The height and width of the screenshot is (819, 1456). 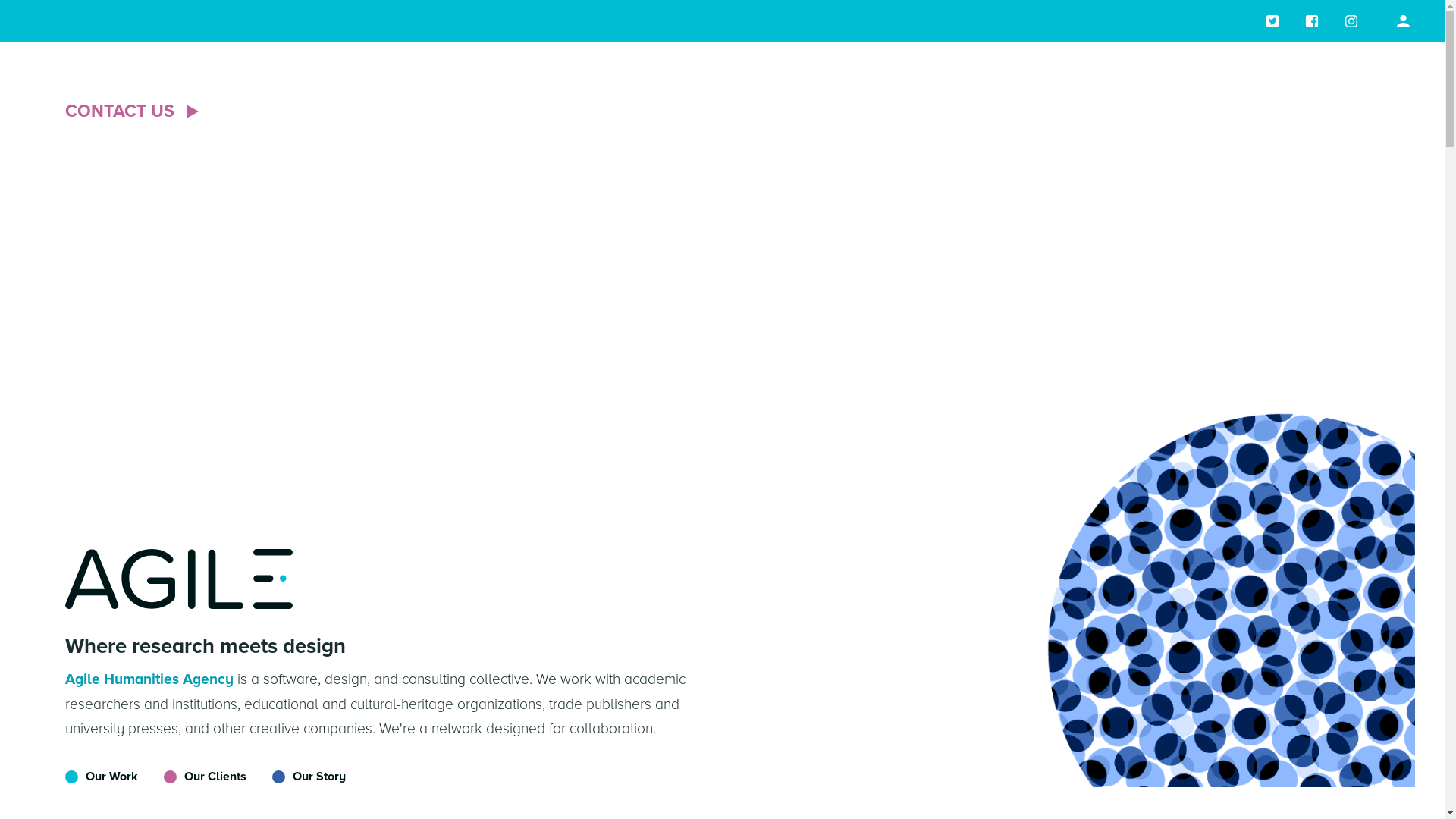 What do you see at coordinates (134, 111) in the screenshot?
I see `'CONTACT US'` at bounding box center [134, 111].